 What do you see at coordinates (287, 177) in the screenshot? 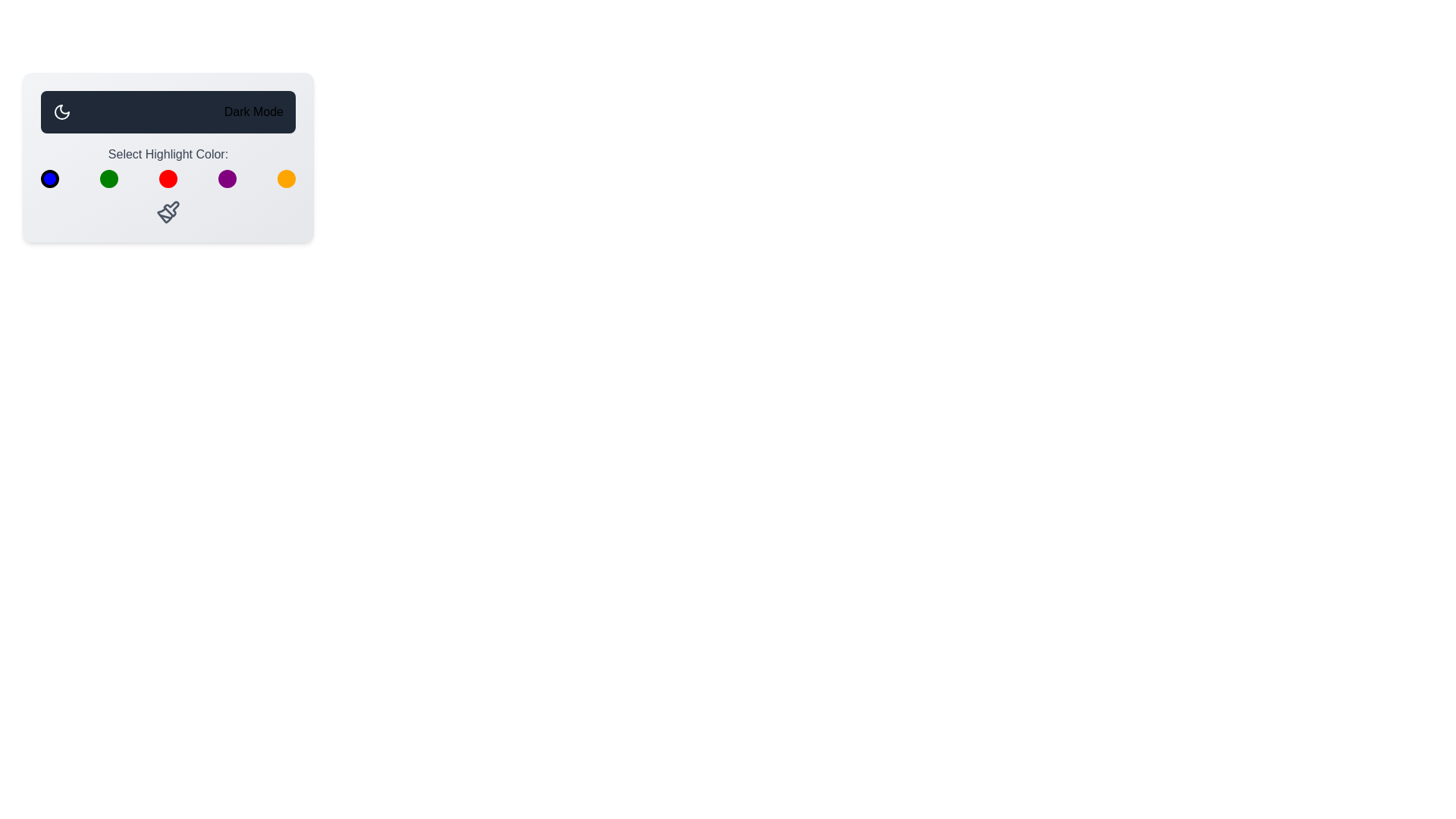
I see `the rightmost circular button used to select or activate the orange color feature, which is part of the 'Select Highlight Color:' group, to trigger potential visual feedback` at bounding box center [287, 177].